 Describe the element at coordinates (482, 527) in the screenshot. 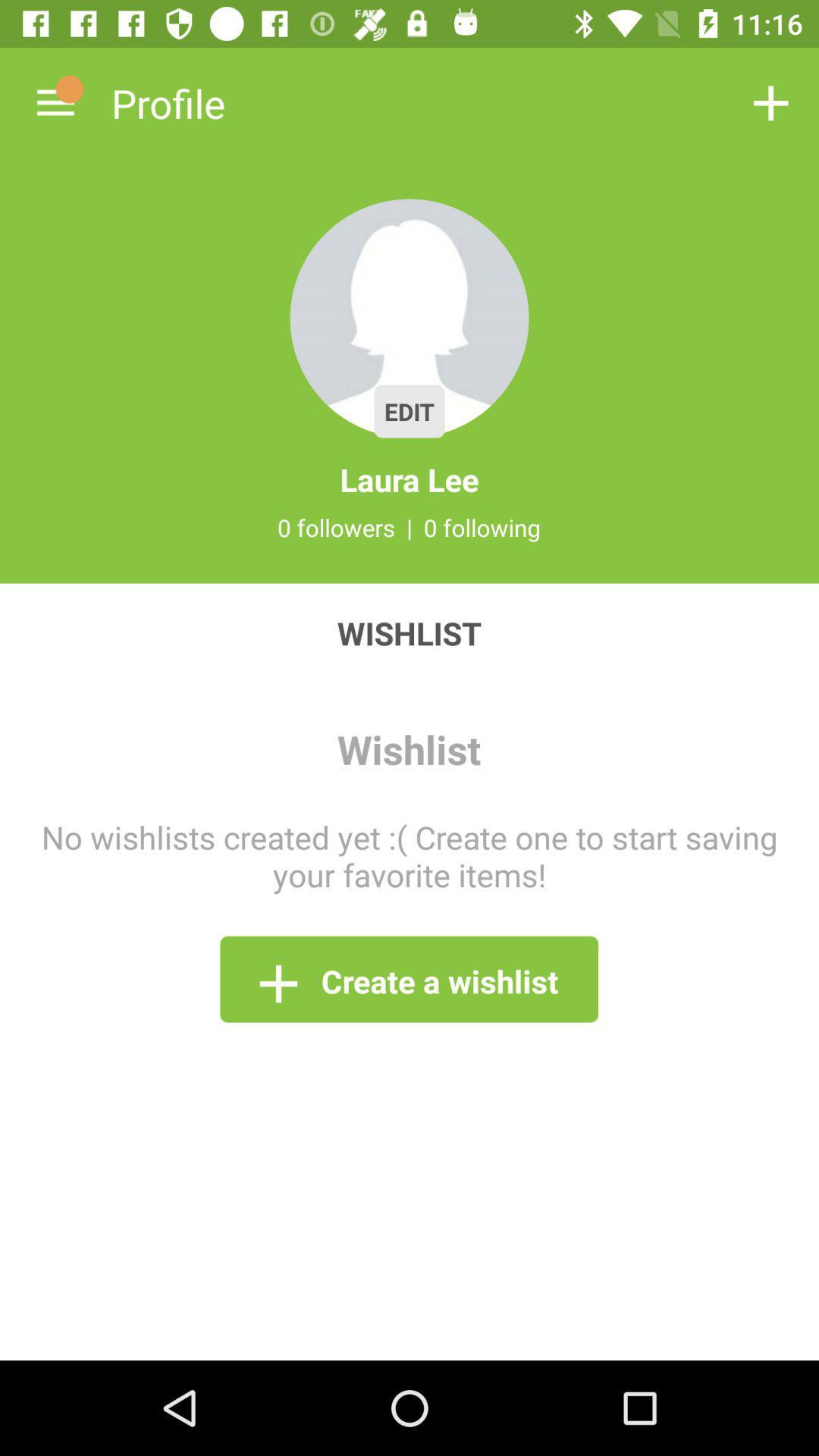

I see `0 following` at that location.